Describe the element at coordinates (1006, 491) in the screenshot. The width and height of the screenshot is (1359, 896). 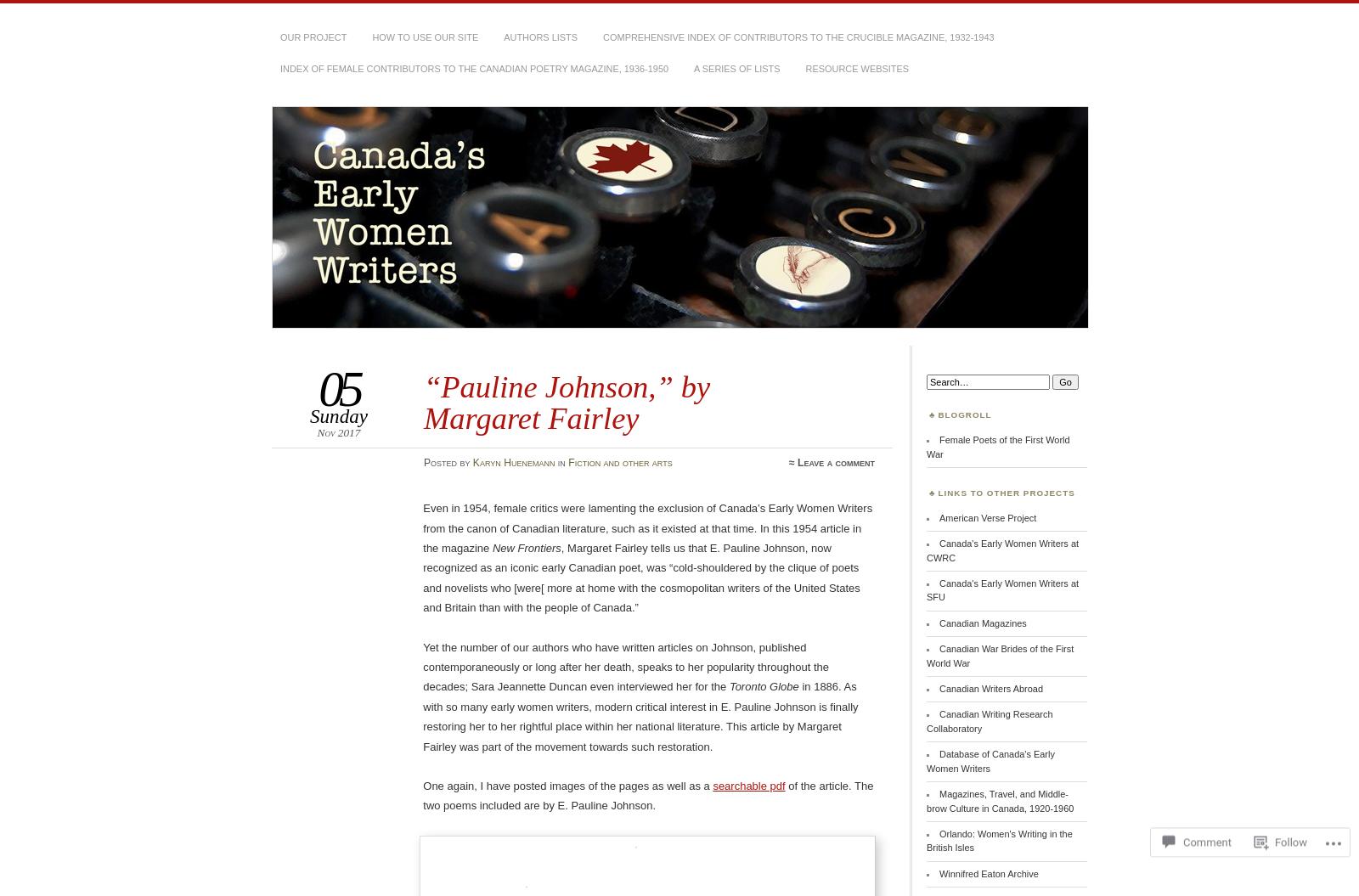
I see `'Links to other projects'` at that location.